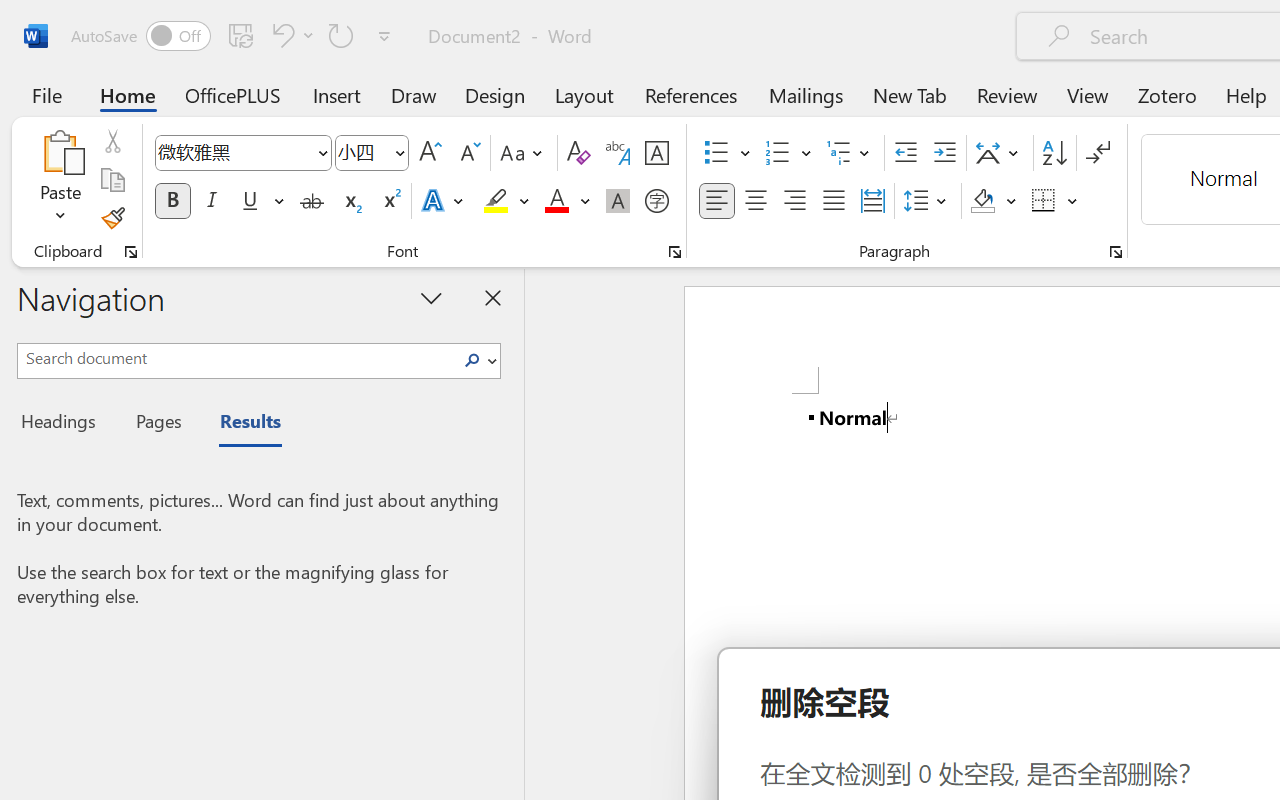  I want to click on 'Paste', so click(60, 151).